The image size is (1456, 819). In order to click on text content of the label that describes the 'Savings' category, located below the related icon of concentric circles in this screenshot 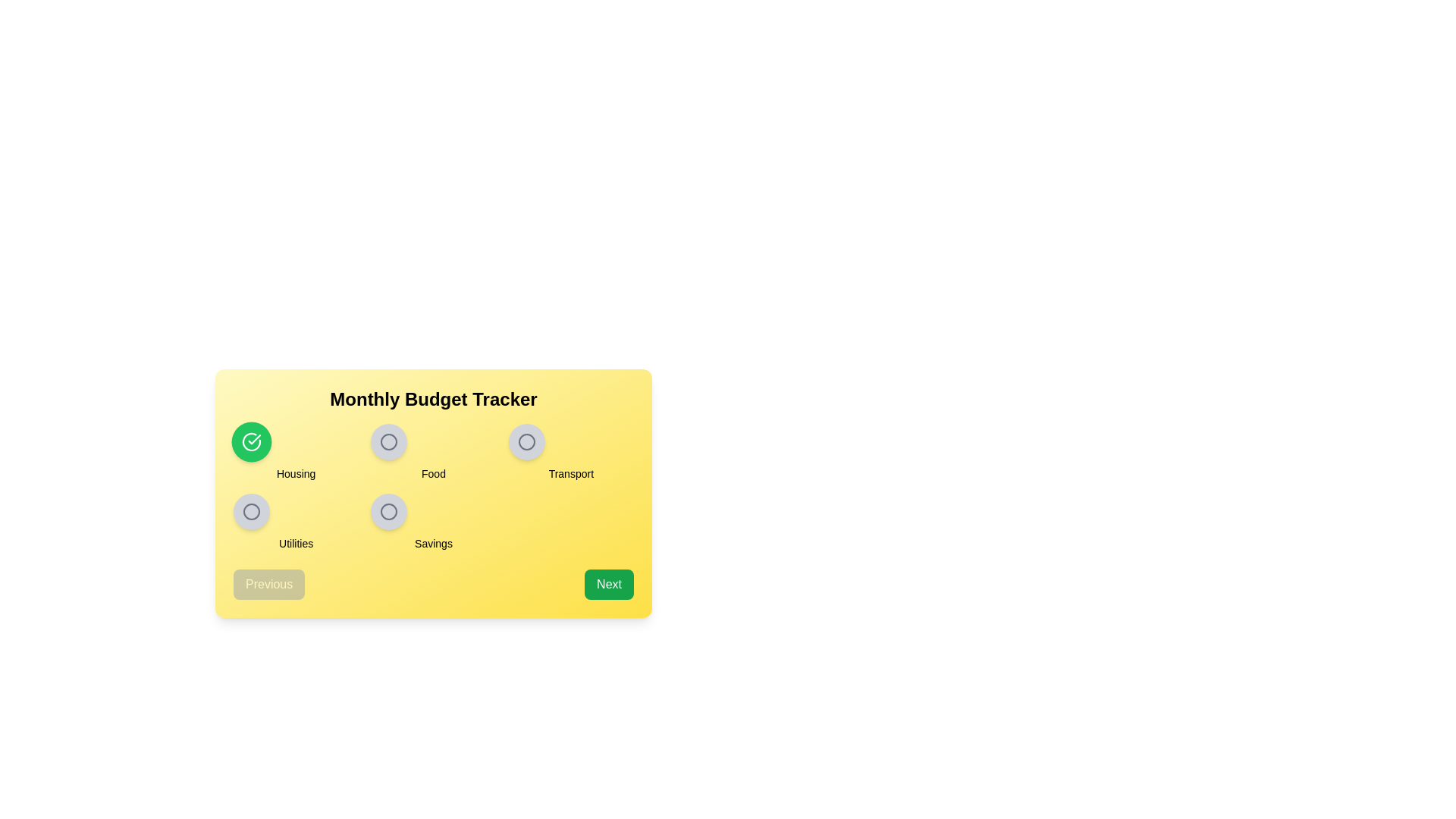, I will do `click(432, 543)`.